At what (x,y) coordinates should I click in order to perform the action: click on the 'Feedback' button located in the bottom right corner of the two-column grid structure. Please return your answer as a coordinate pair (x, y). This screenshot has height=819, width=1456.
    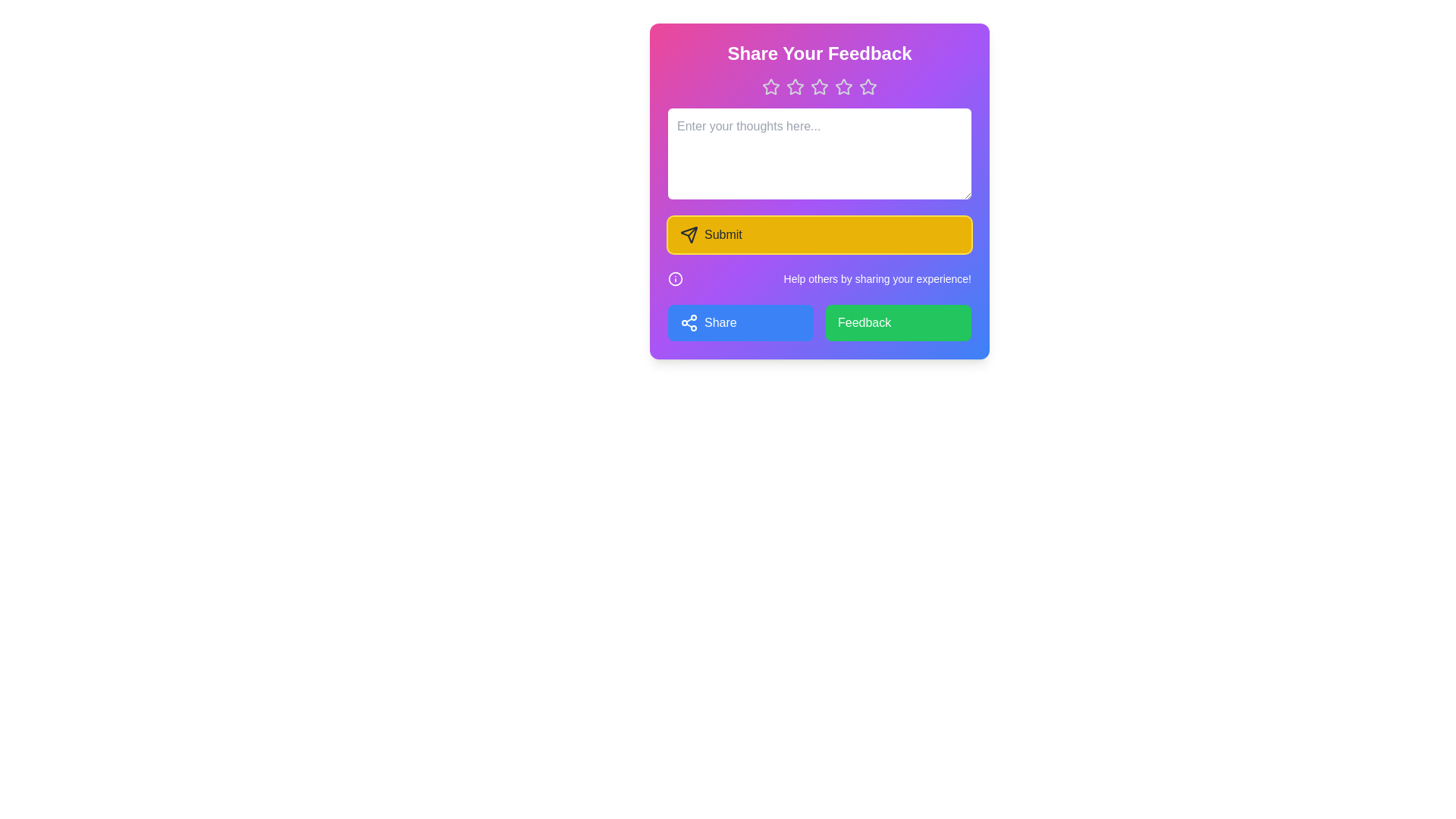
    Looking at the image, I should click on (899, 322).